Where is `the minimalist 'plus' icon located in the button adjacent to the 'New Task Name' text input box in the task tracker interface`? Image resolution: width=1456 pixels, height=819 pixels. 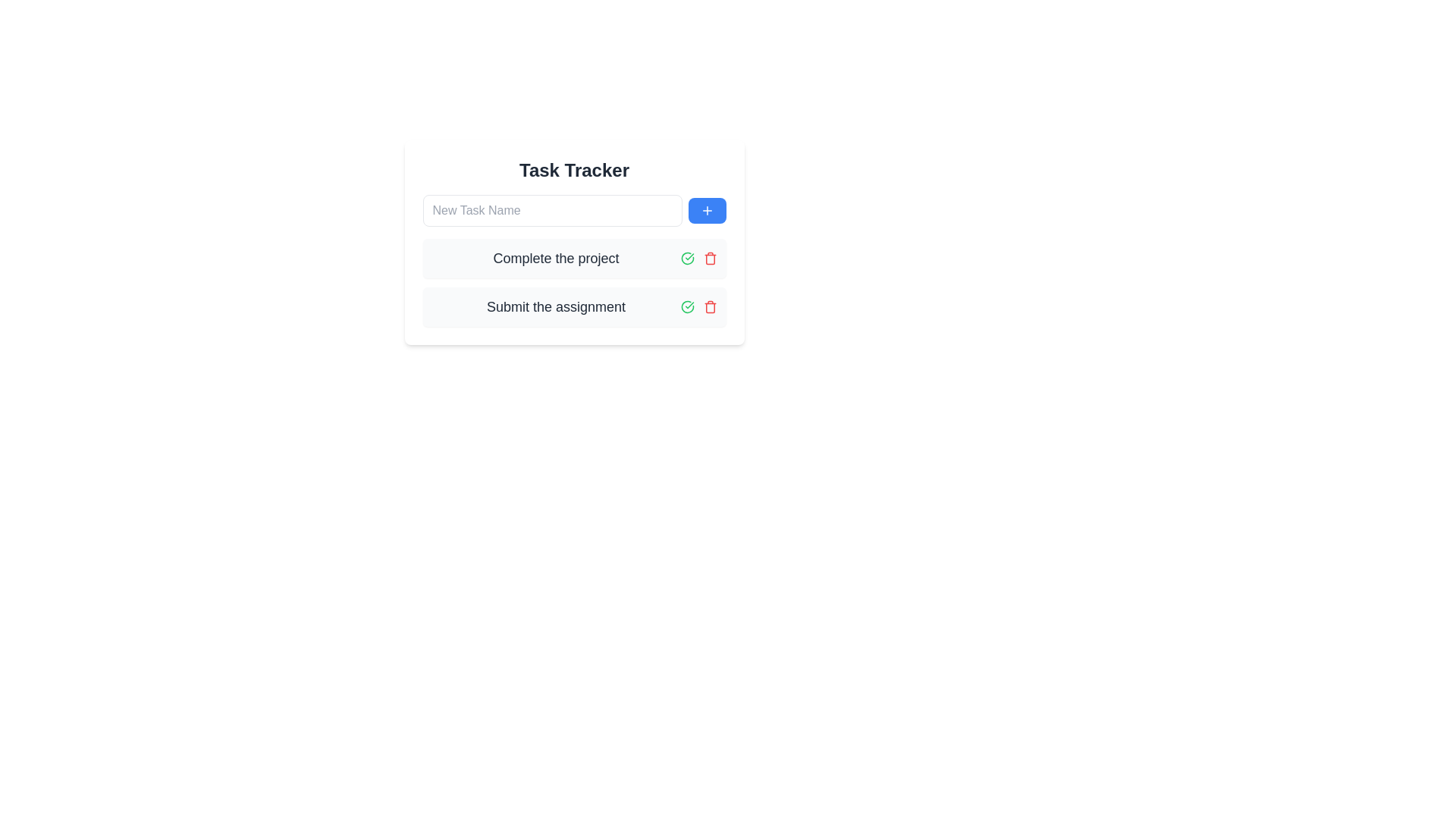
the minimalist 'plus' icon located in the button adjacent to the 'New Task Name' text input box in the task tracker interface is located at coordinates (706, 210).